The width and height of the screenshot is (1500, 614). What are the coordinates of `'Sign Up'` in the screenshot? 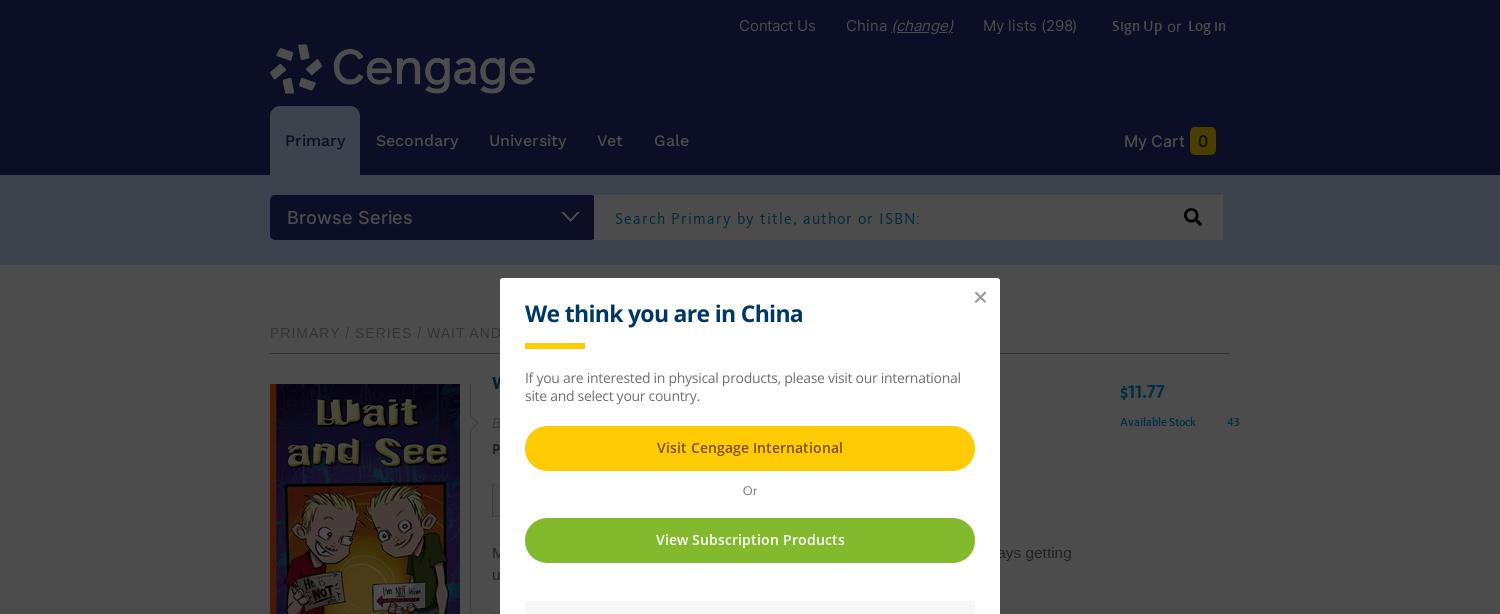 It's located at (1110, 27).